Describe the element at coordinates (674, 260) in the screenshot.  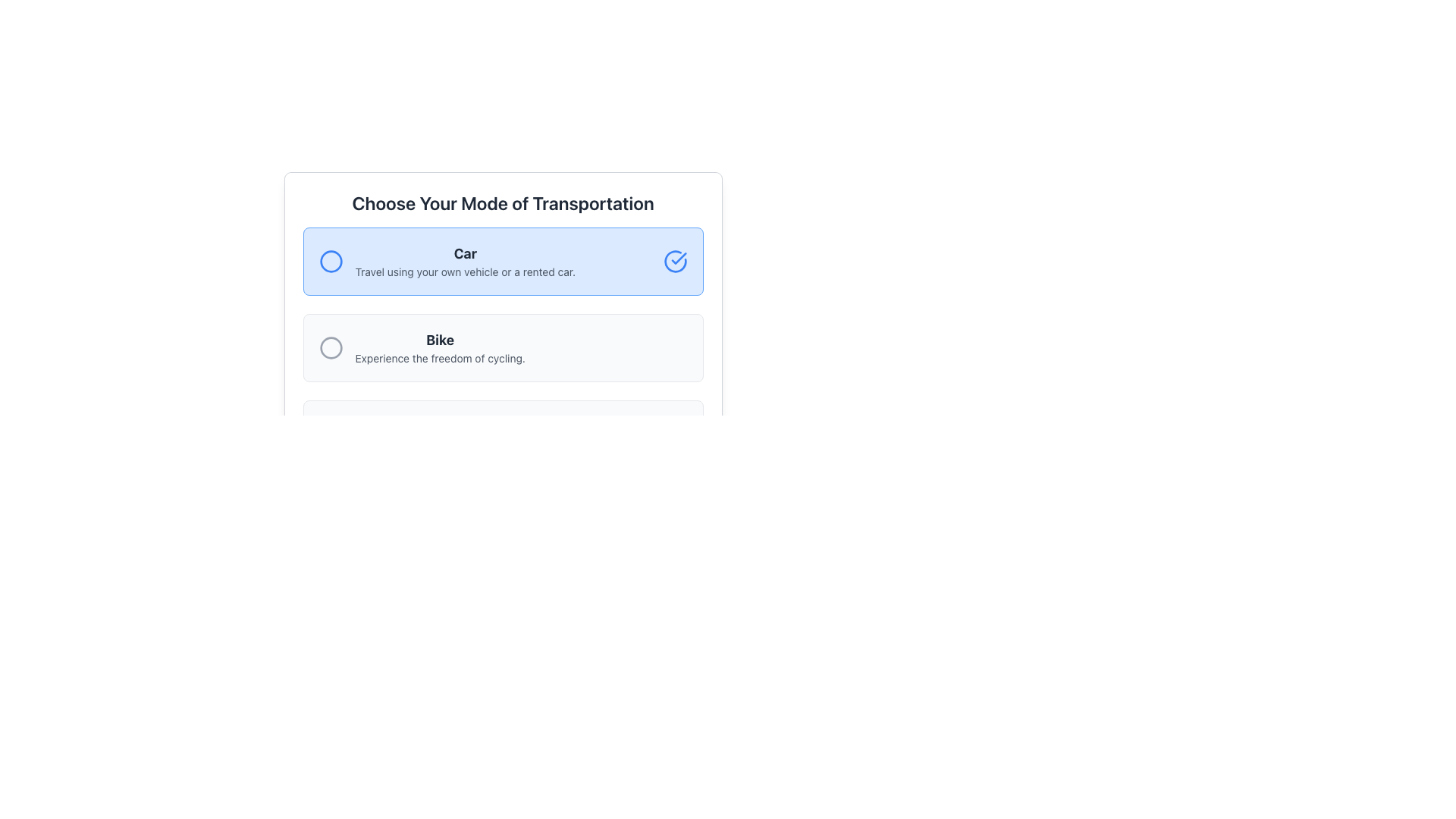
I see `the circular blue icon with a check mark located in the top-right corner of the highlighted area containing the text 'Car'` at that location.